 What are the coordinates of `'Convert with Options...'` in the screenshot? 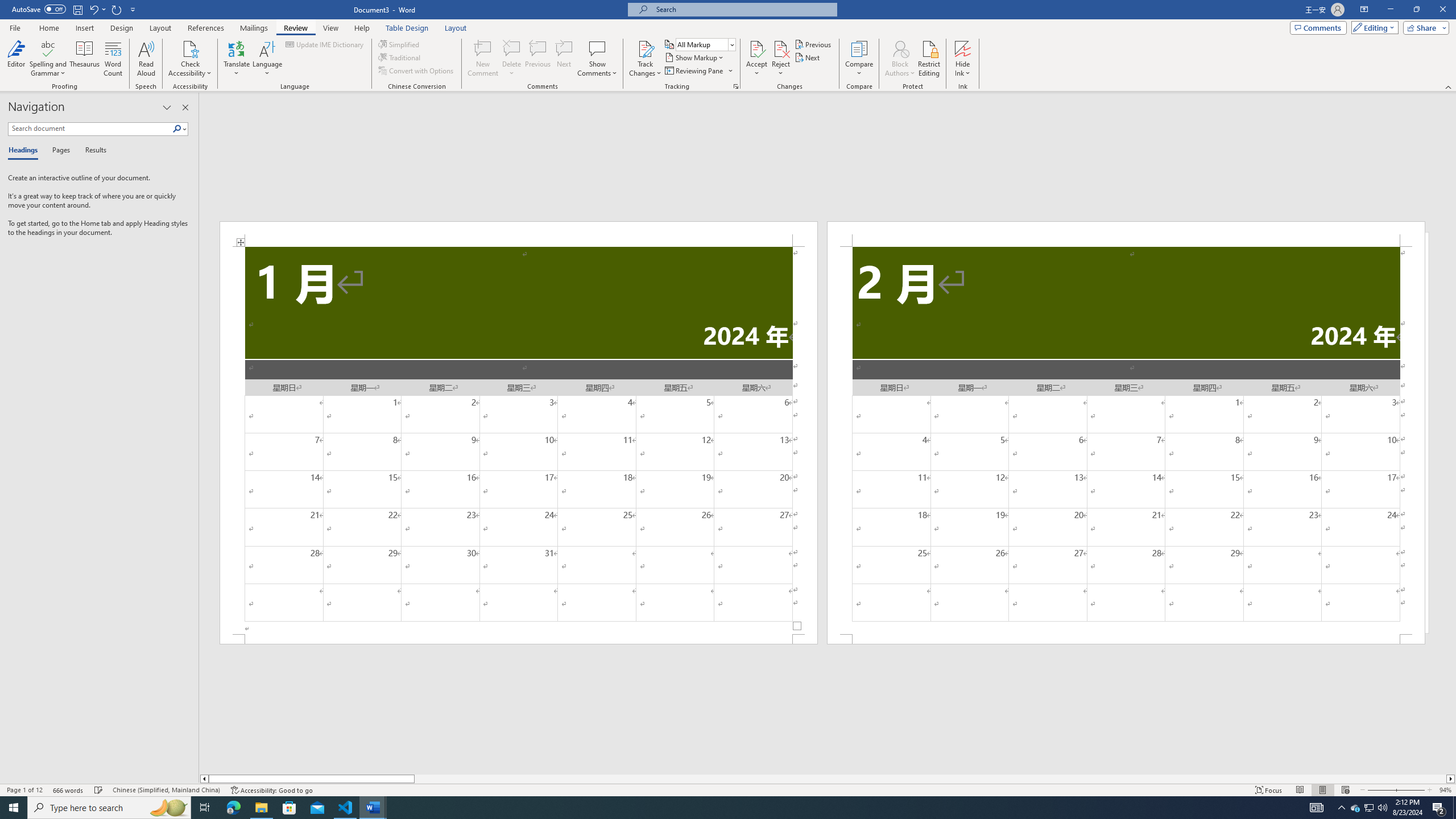 It's located at (417, 69).